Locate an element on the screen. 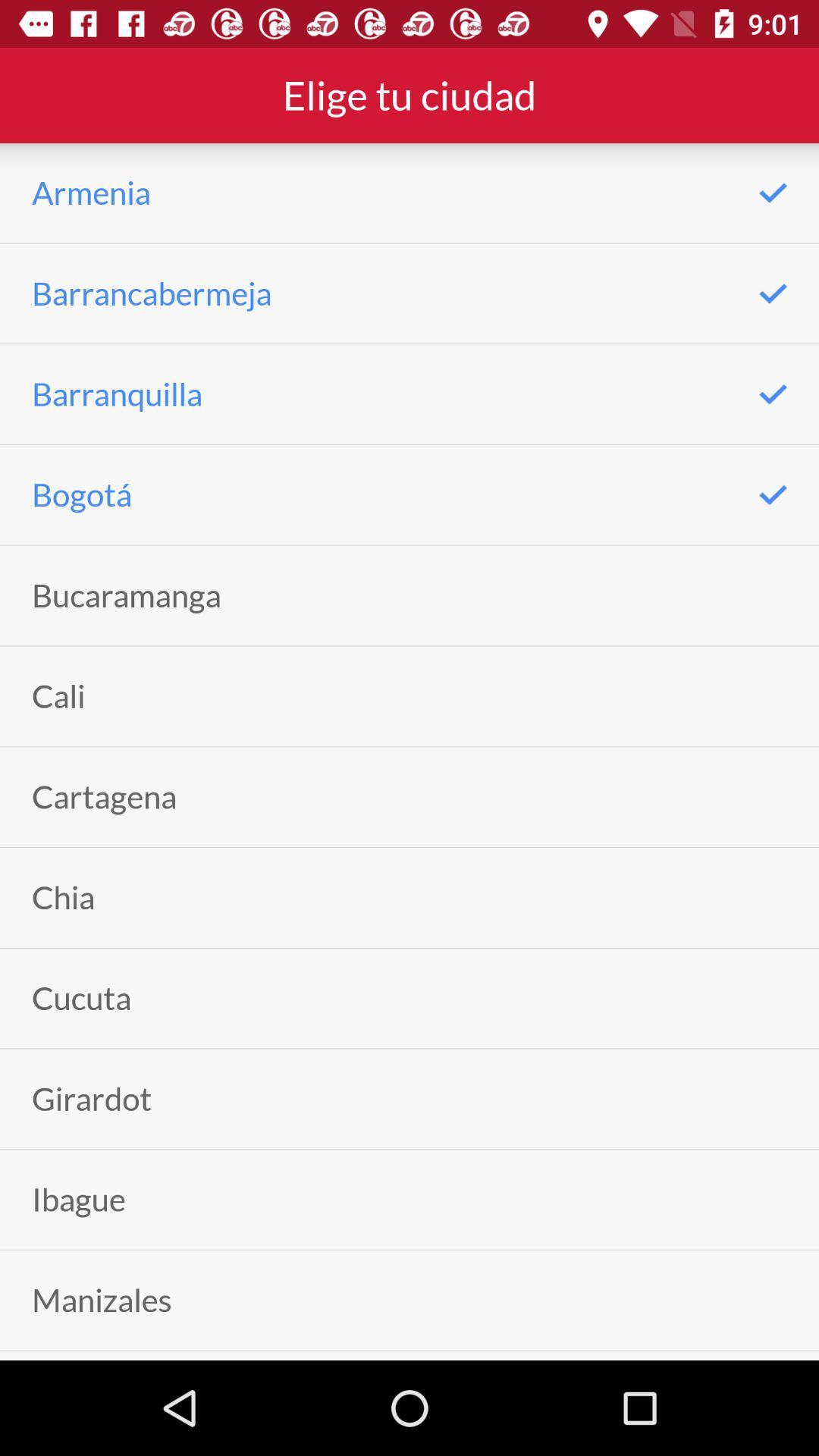  barrancabermeja item is located at coordinates (152, 293).